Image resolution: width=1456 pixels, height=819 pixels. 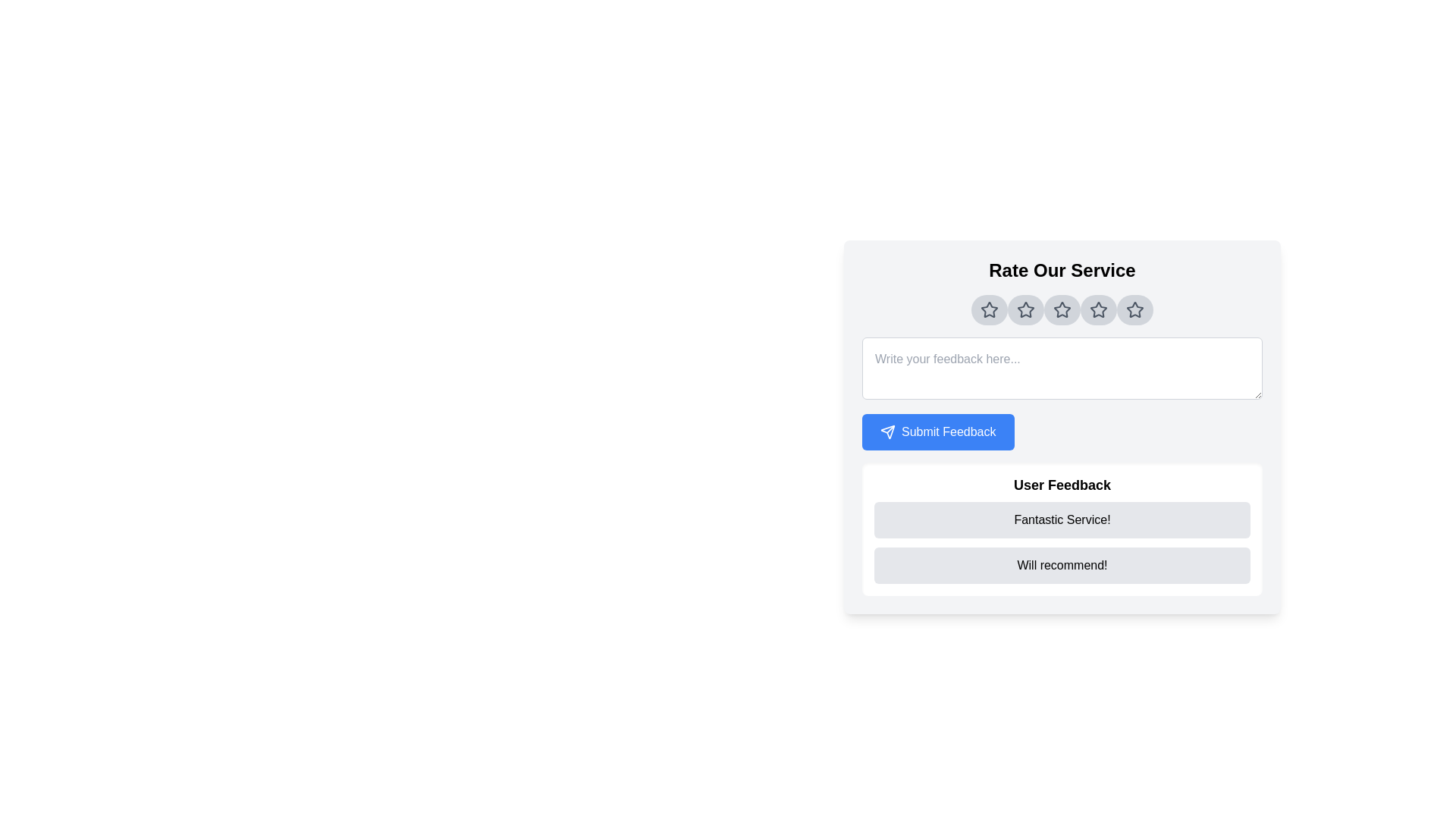 What do you see at coordinates (1062, 309) in the screenshot?
I see `the third star rating button in the 5-star rating system` at bounding box center [1062, 309].